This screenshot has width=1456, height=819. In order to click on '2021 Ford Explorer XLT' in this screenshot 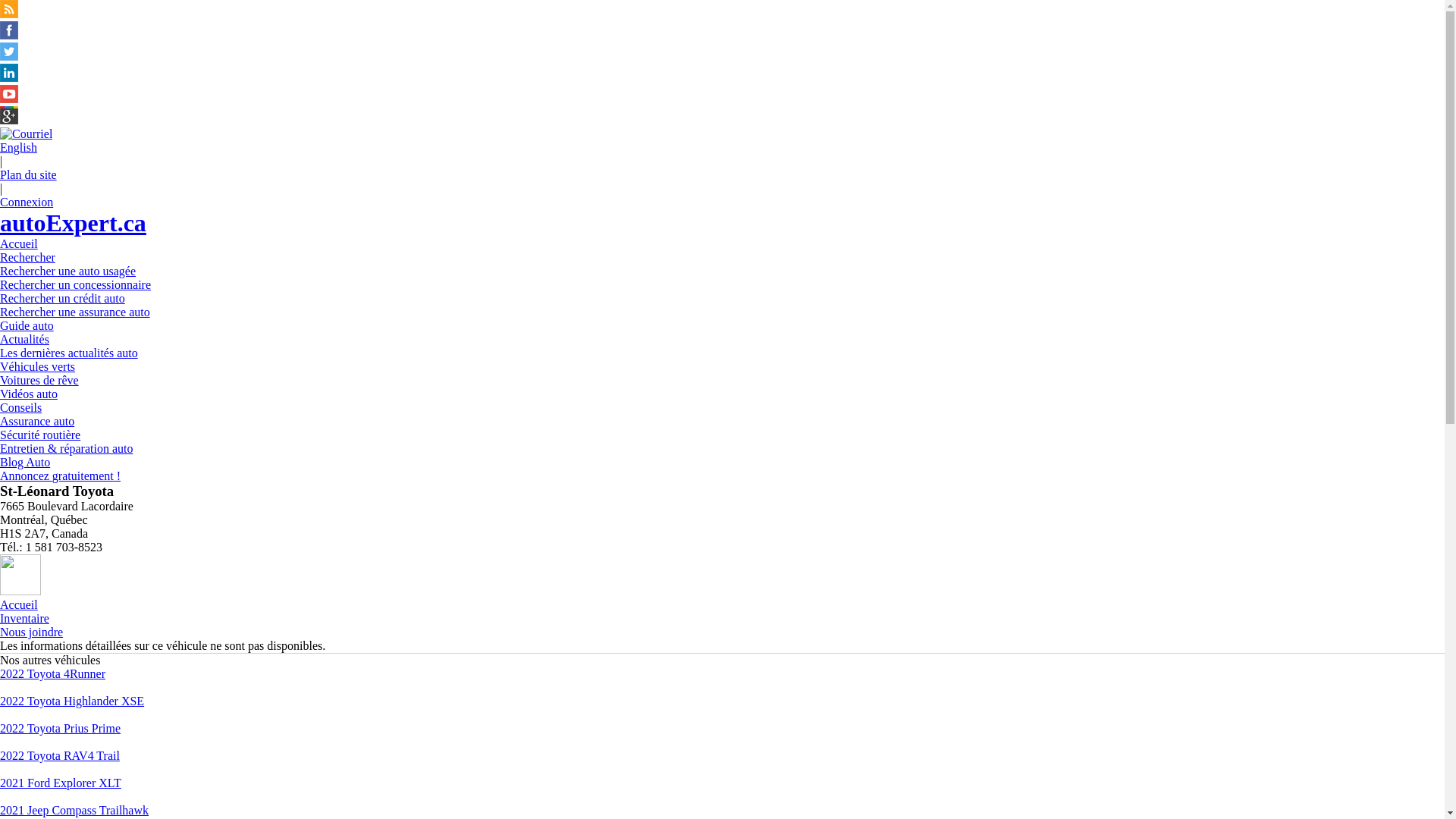, I will do `click(61, 783)`.